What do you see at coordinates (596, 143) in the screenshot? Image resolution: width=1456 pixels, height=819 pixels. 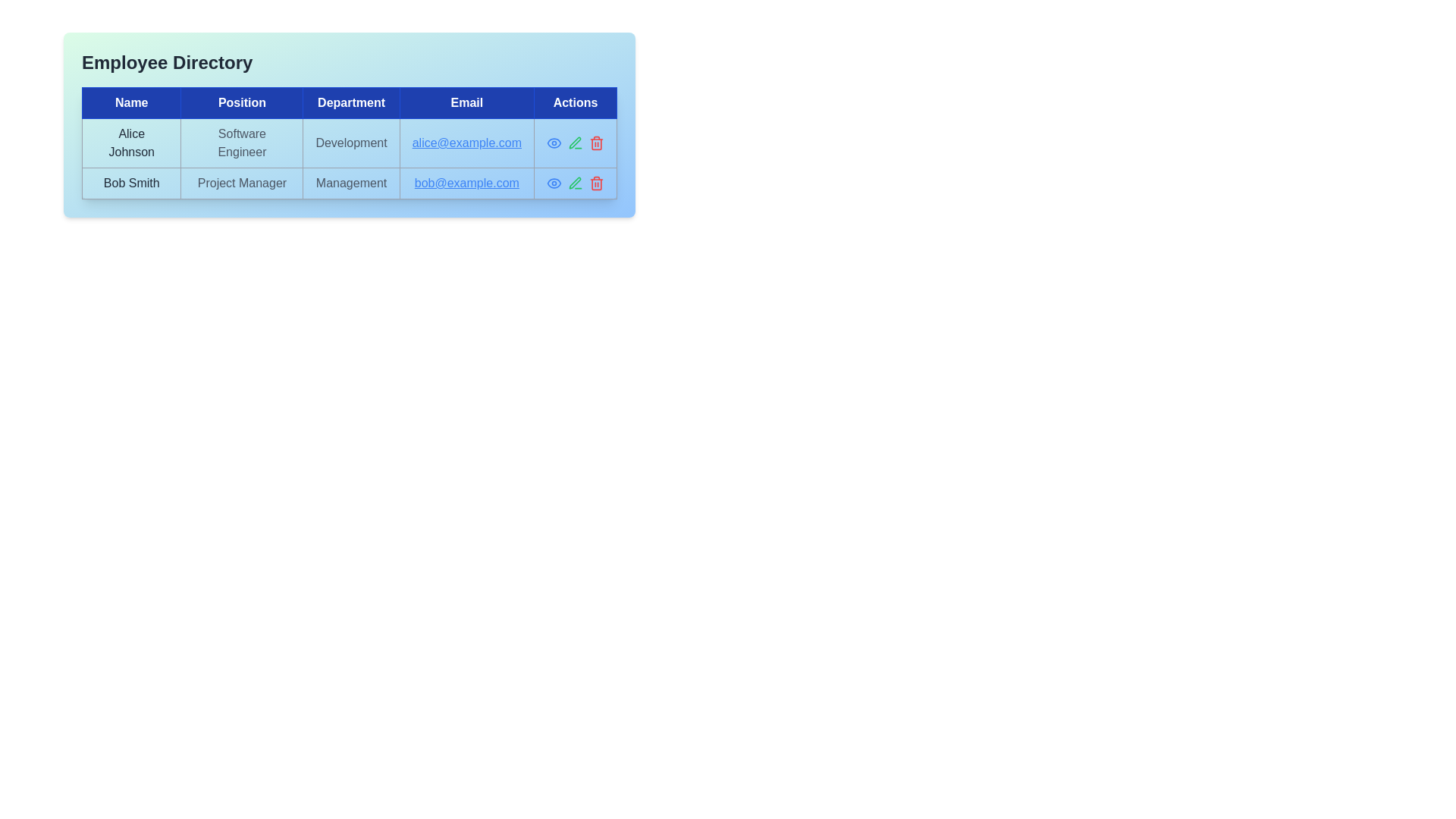 I see `the red trash bin icon located in the first row of the 'Employee Directory' table` at bounding box center [596, 143].